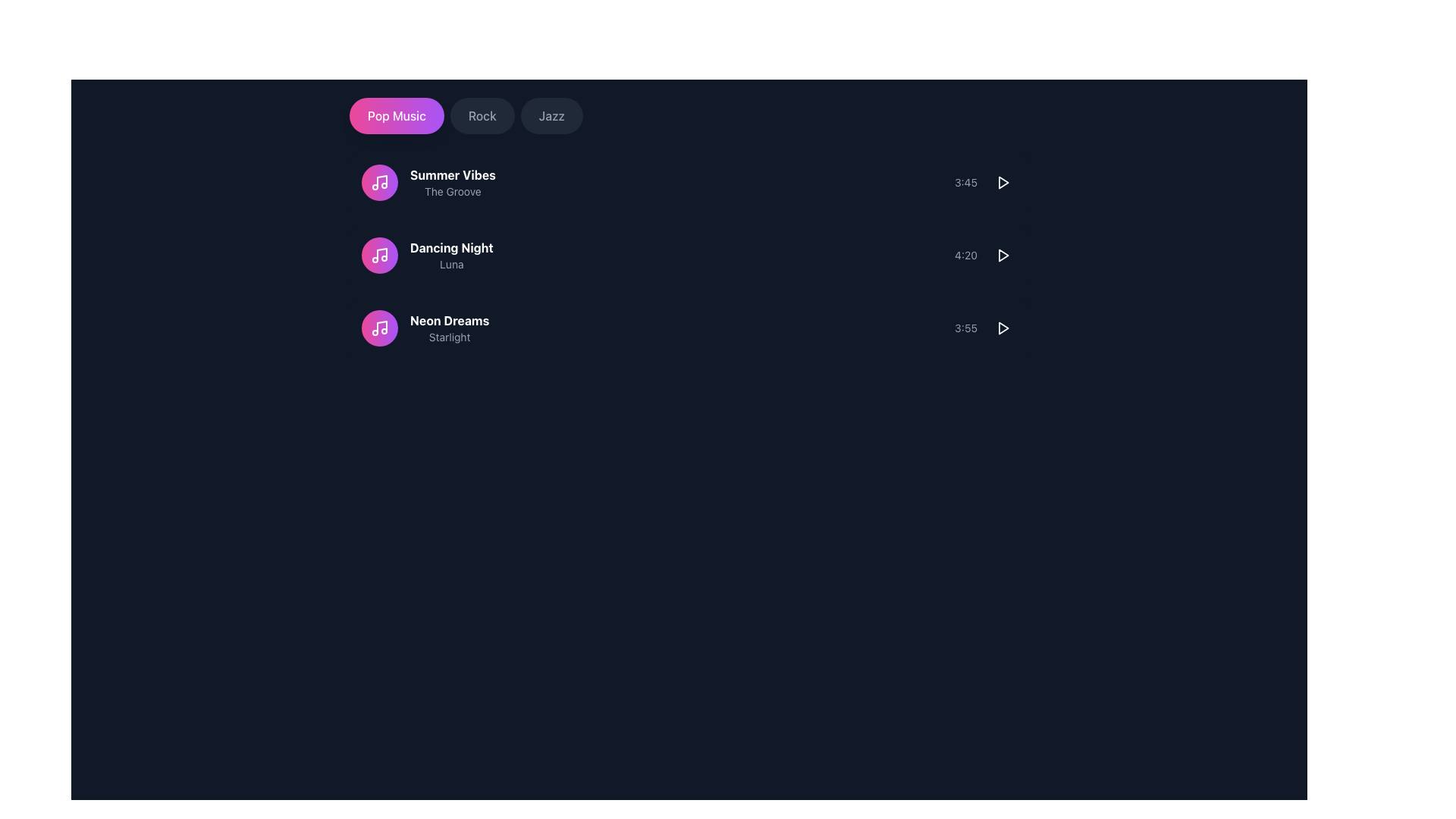 The width and height of the screenshot is (1456, 819). What do you see at coordinates (1003, 254) in the screenshot?
I see `the play button next to the song 'Dancing Night' by Luna in the second row of the list` at bounding box center [1003, 254].